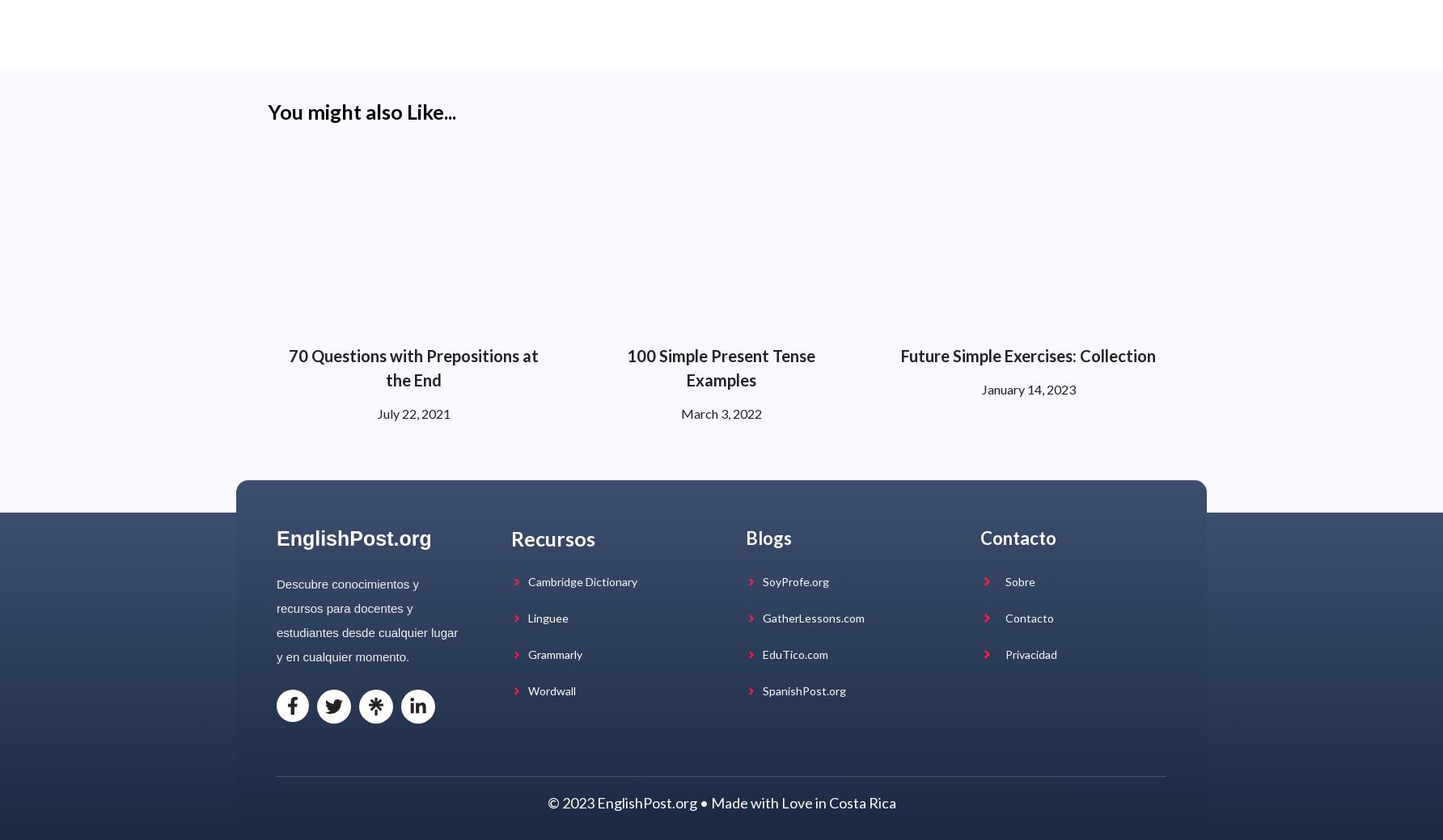  I want to click on '© 2023 EnglishPost.org • Made with Love in Costa Rica', so click(720, 802).